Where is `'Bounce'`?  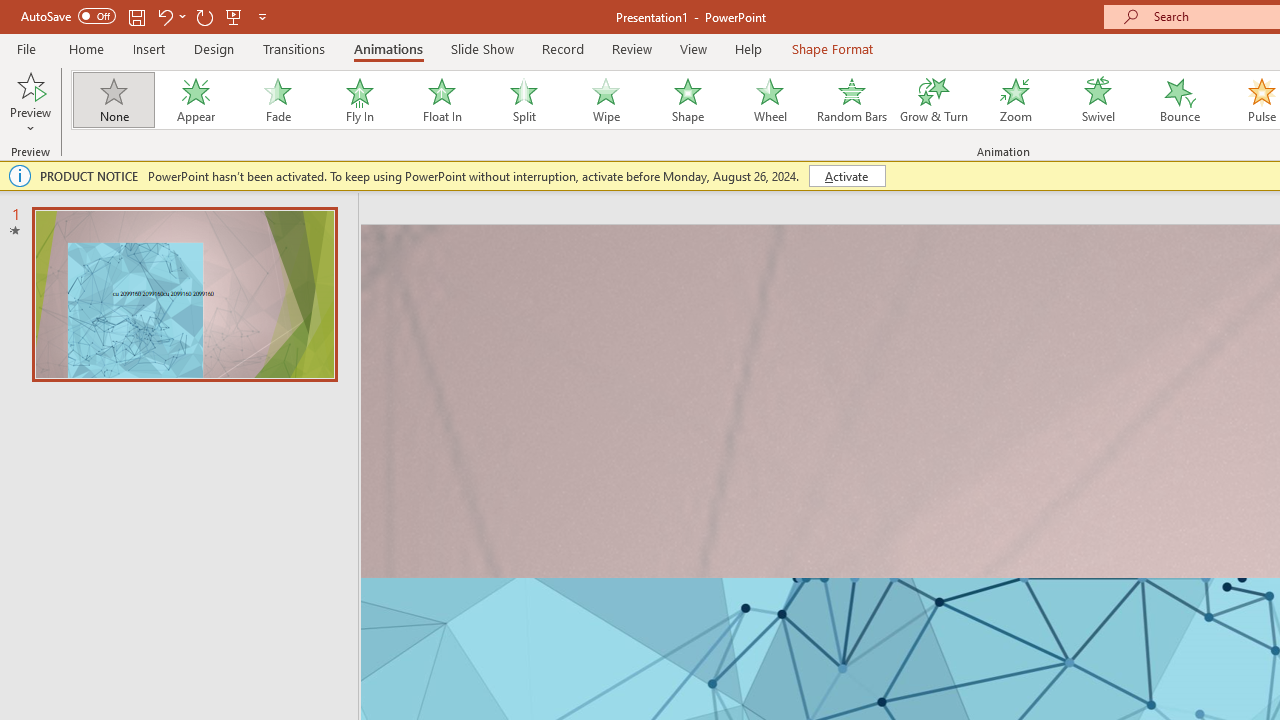
'Bounce' is located at coordinates (1180, 100).